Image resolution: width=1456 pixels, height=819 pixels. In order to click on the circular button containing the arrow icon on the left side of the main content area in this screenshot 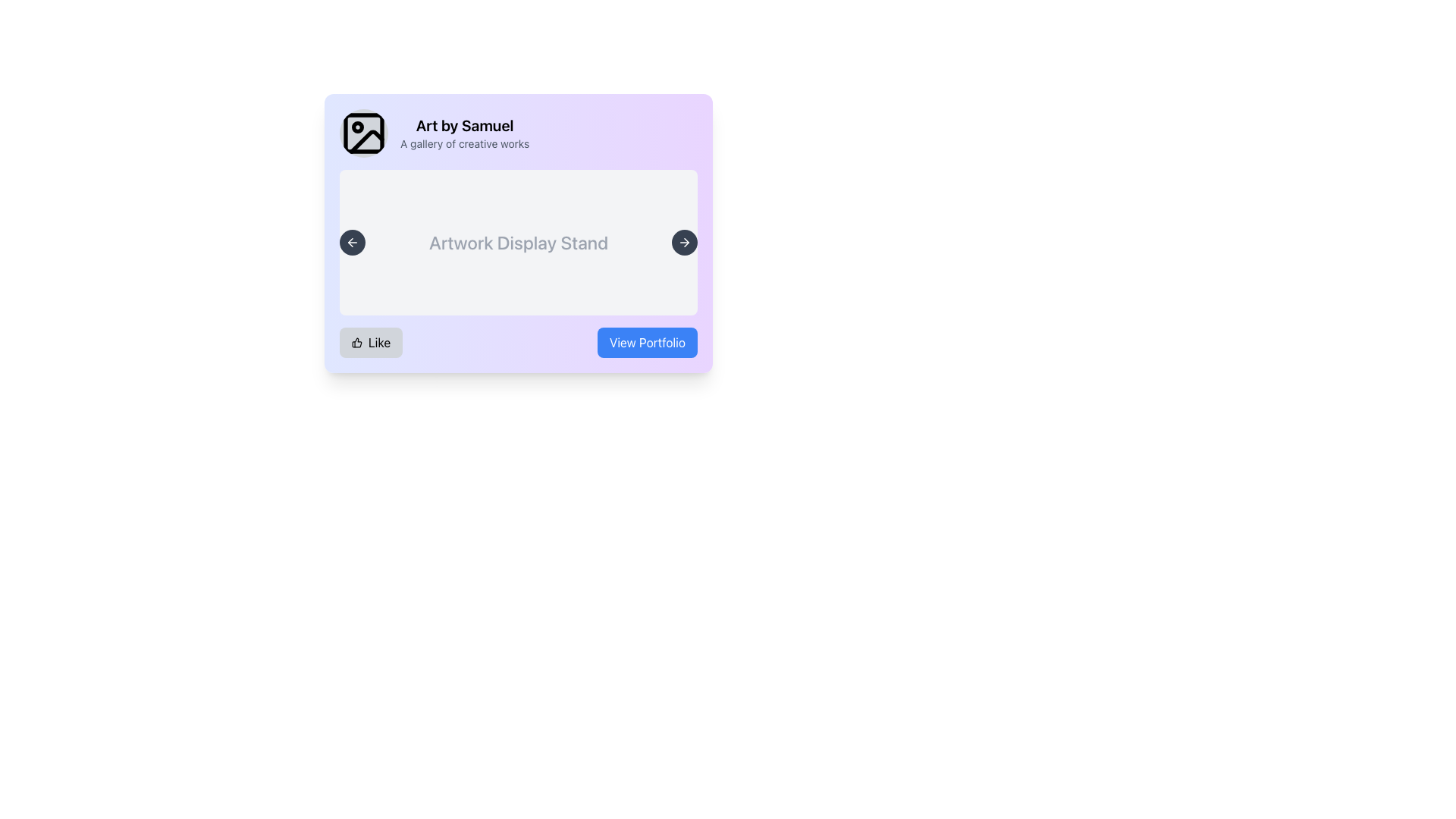, I will do `click(352, 242)`.